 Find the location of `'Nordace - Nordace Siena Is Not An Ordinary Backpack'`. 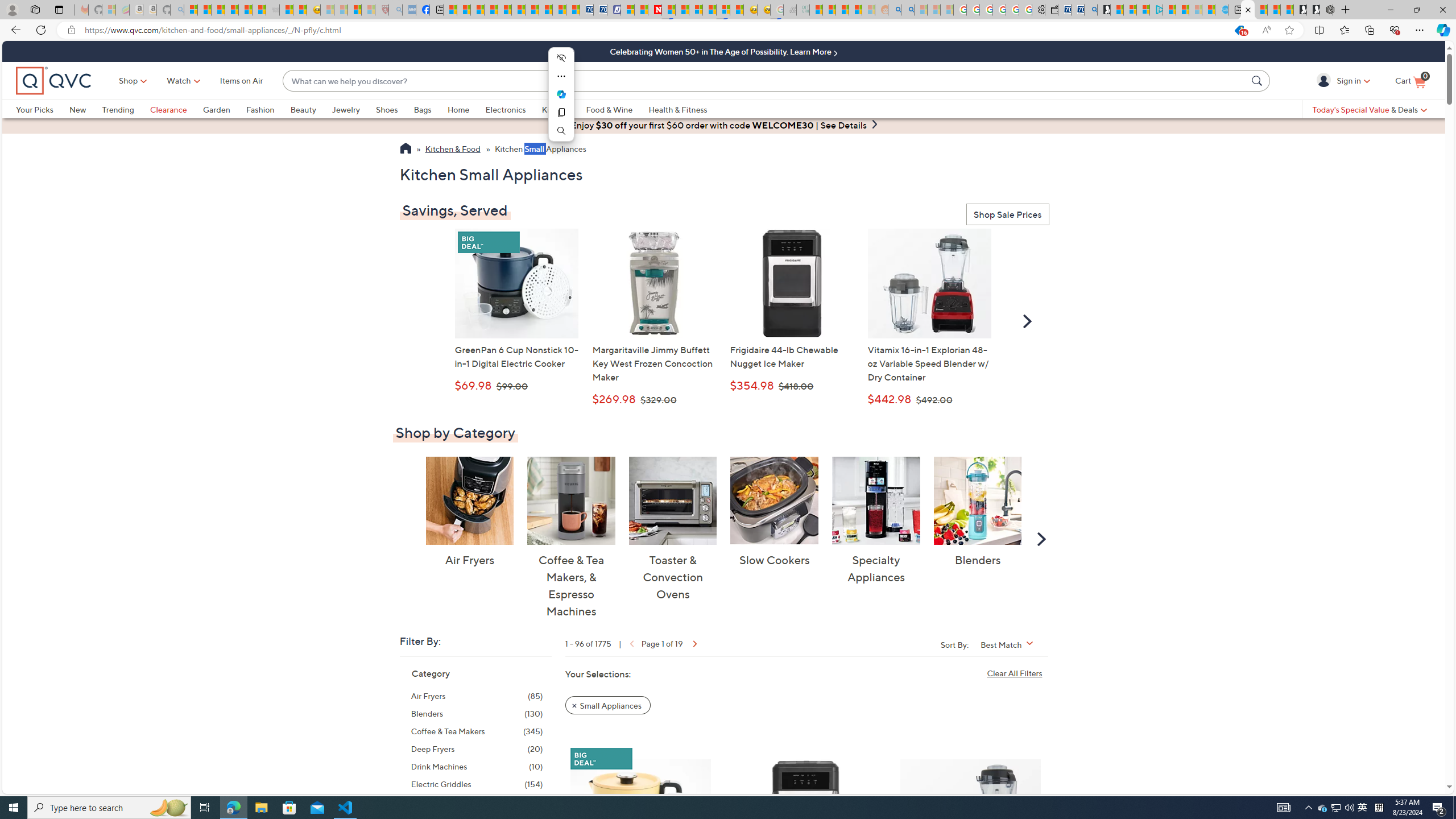

'Nordace - Nordace Siena Is Not An Ordinary Backpack' is located at coordinates (1326, 9).